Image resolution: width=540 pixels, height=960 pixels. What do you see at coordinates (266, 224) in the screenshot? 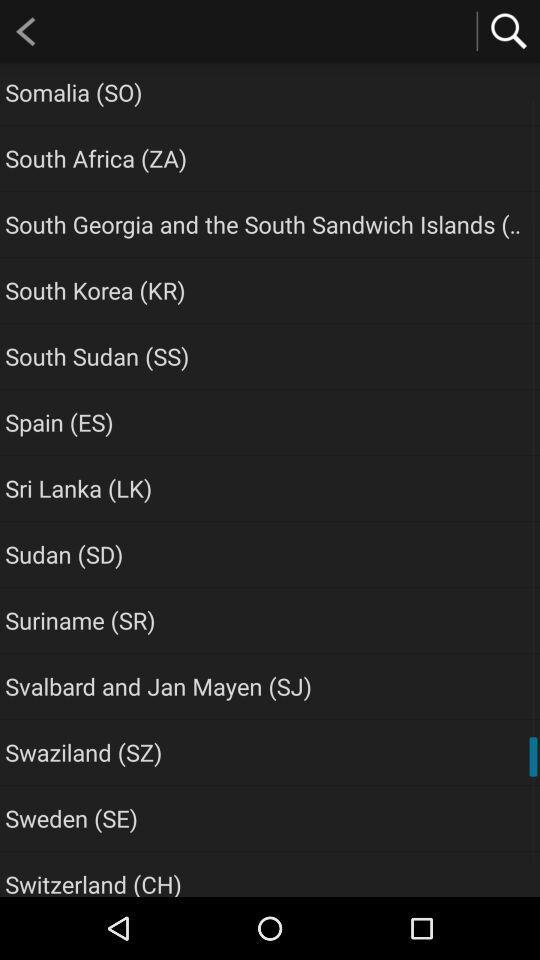
I see `the app above the south korea (kr) app` at bounding box center [266, 224].